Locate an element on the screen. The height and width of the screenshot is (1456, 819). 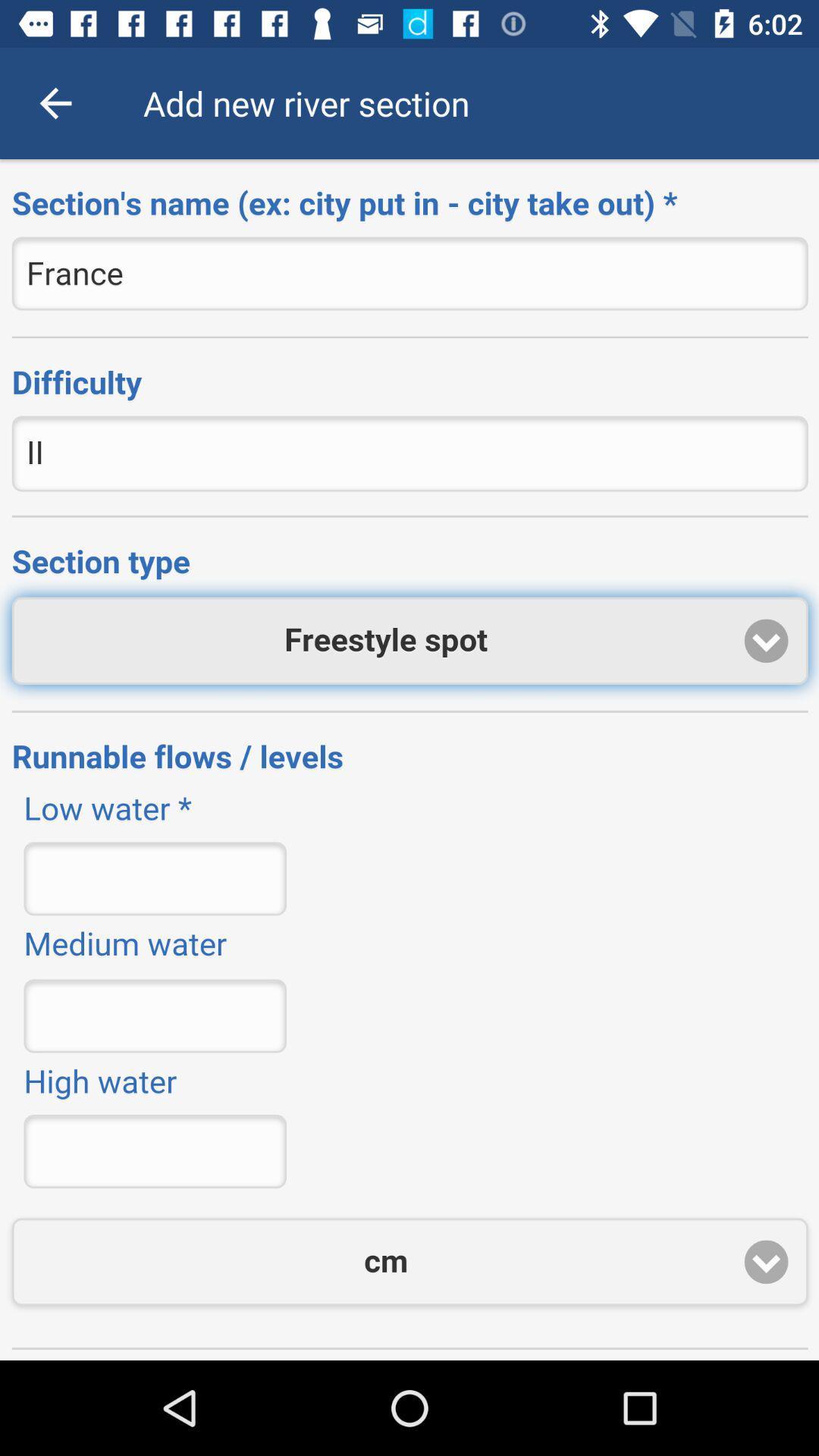
input data is located at coordinates (409, 760).